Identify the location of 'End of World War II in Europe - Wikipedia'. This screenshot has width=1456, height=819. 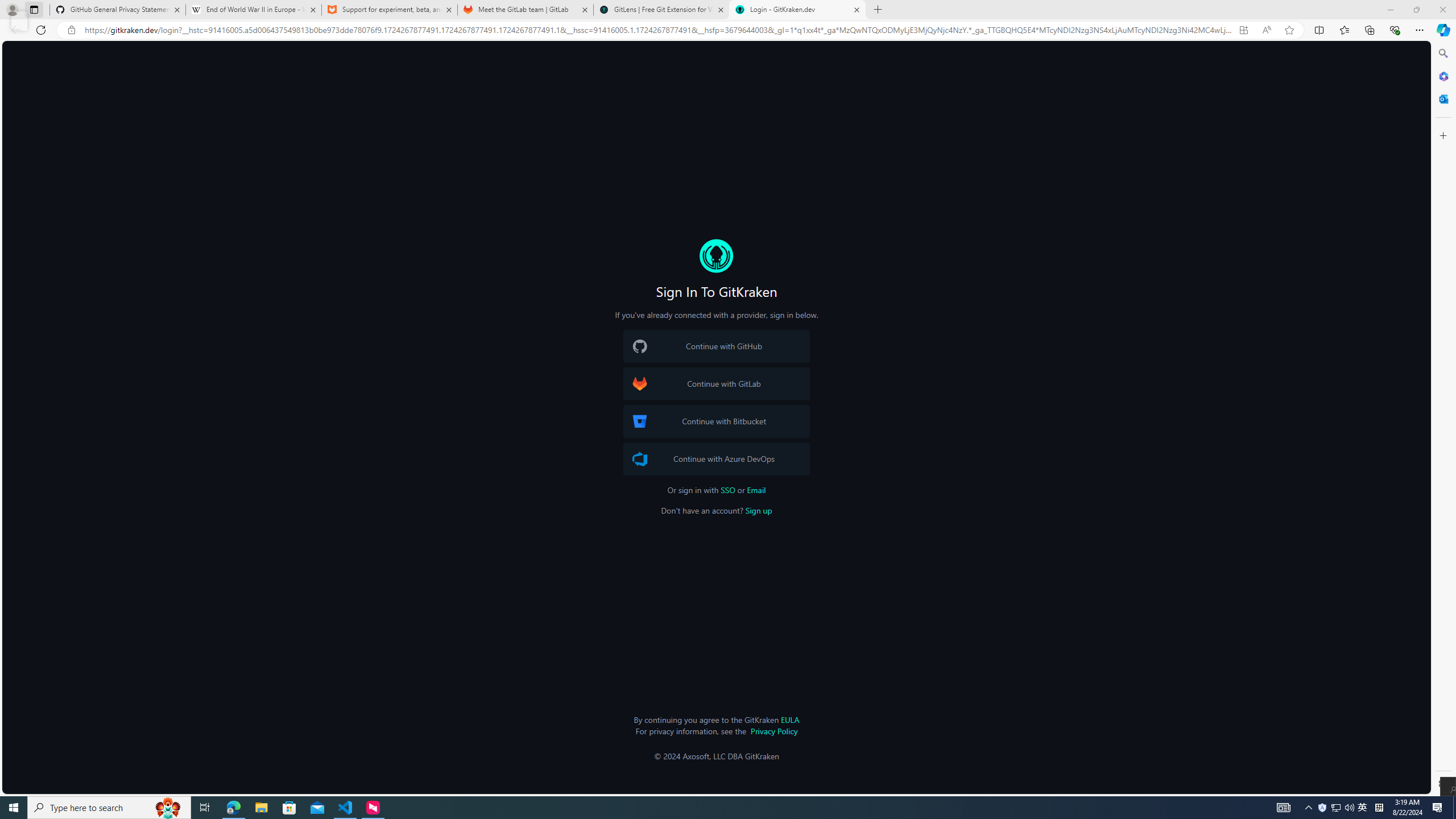
(253, 9).